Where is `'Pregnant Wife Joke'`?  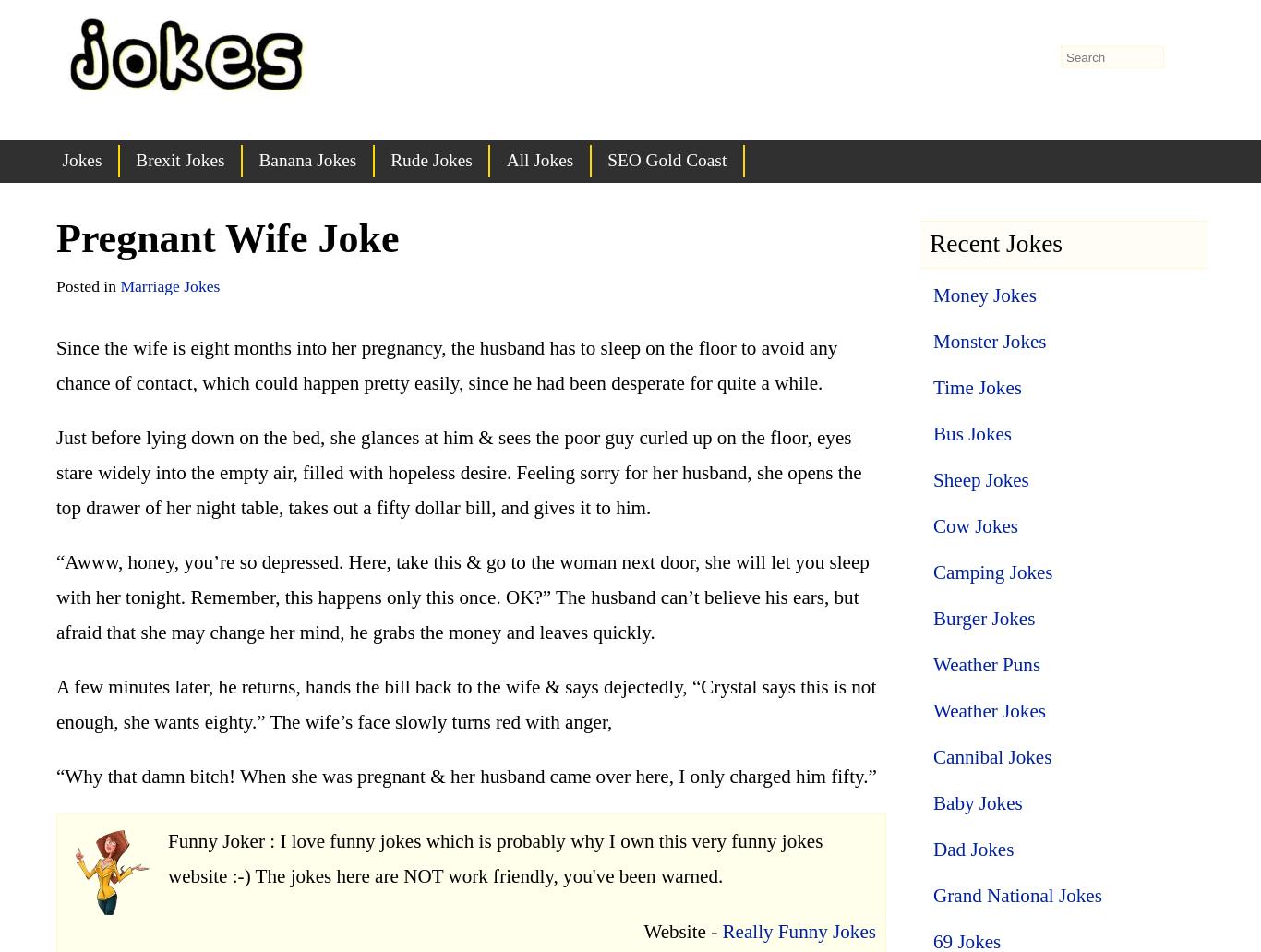
'Pregnant Wife Joke' is located at coordinates (56, 238).